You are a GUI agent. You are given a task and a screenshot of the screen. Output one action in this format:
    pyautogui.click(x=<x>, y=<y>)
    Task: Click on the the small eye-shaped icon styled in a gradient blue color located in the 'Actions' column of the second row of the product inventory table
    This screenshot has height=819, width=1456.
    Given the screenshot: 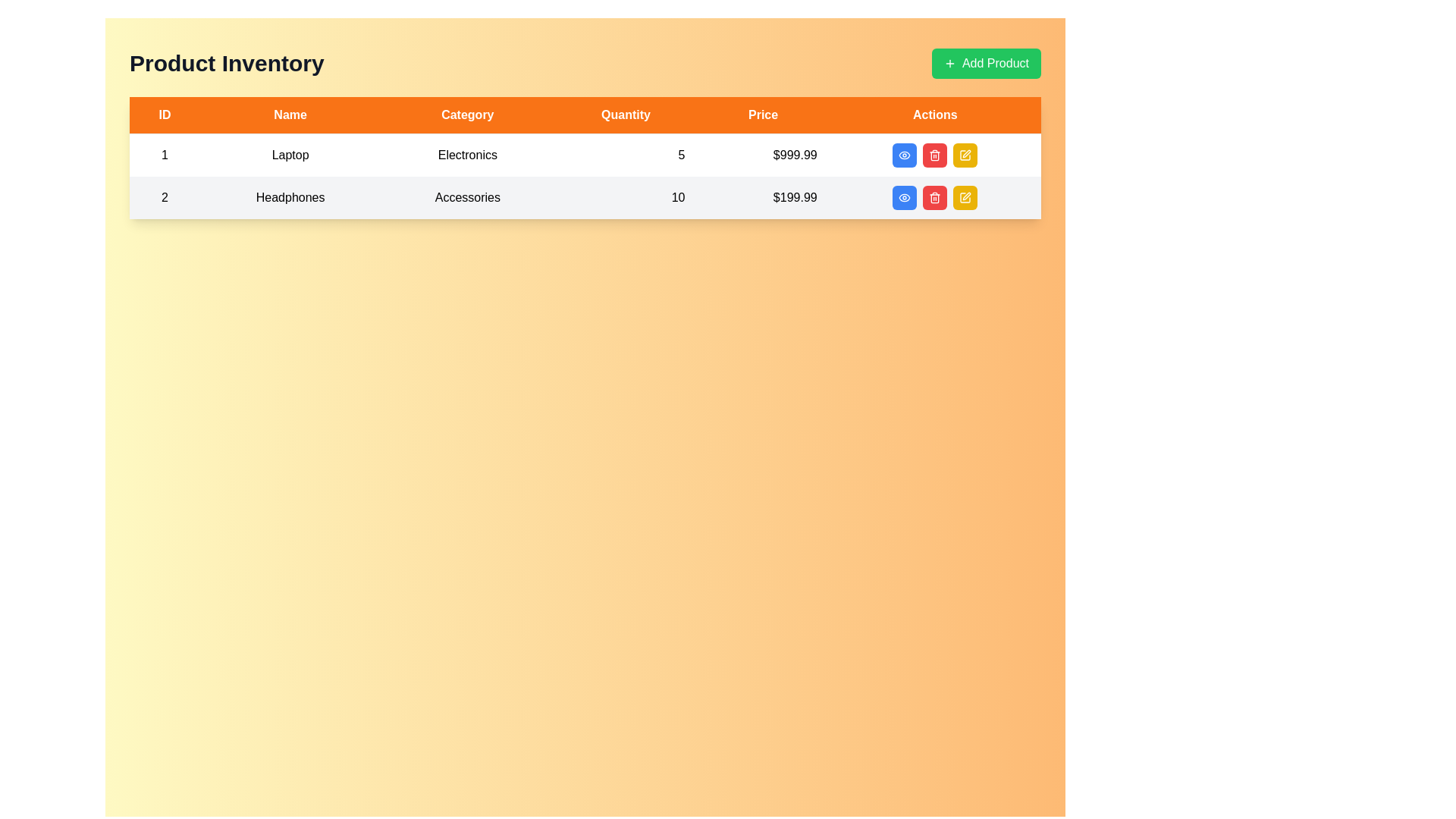 What is the action you would take?
    pyautogui.click(x=905, y=155)
    